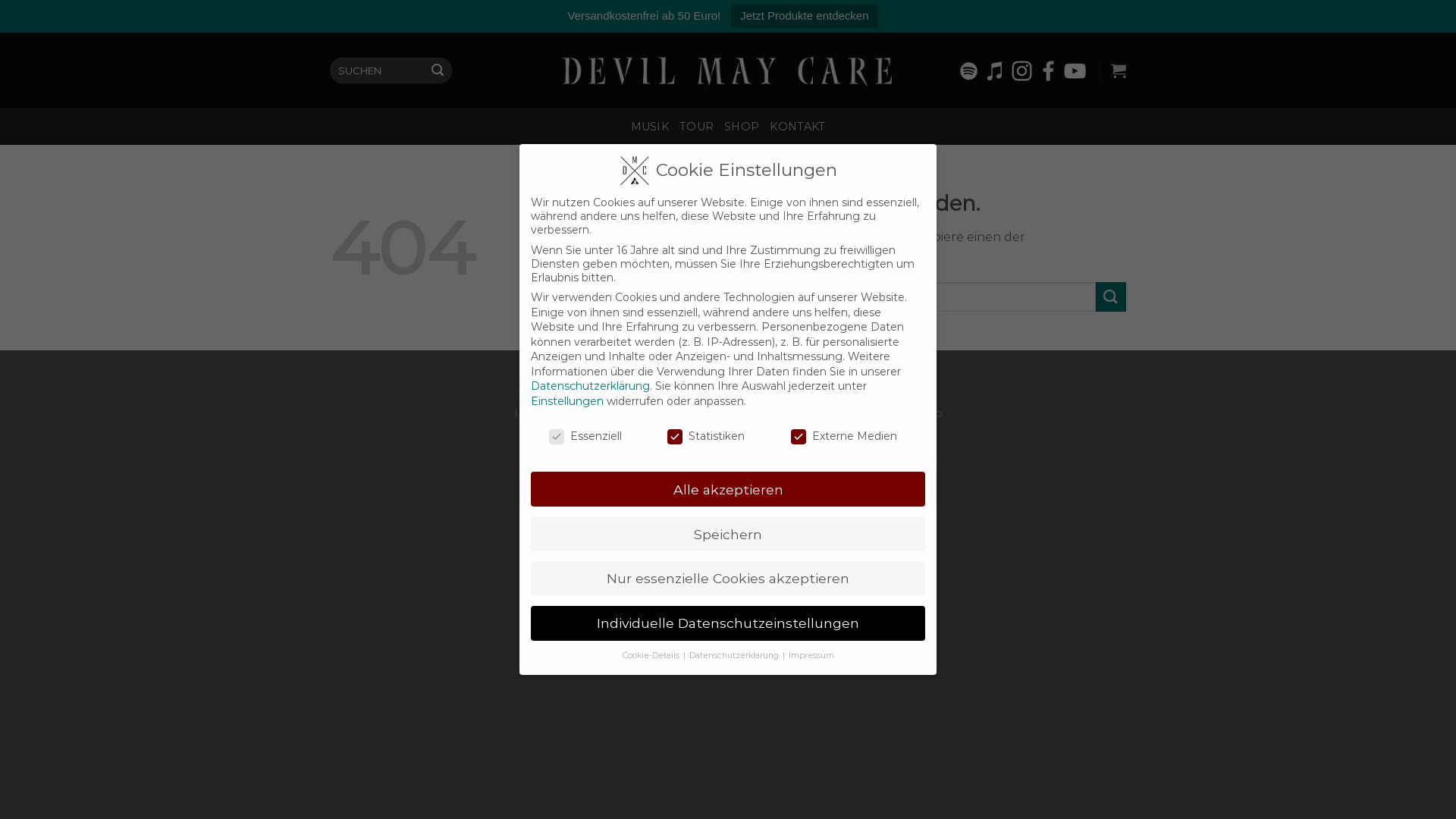 Image resolution: width=1456 pixels, height=819 pixels. Describe the element at coordinates (650, 125) in the screenshot. I see `'MUSIK'` at that location.